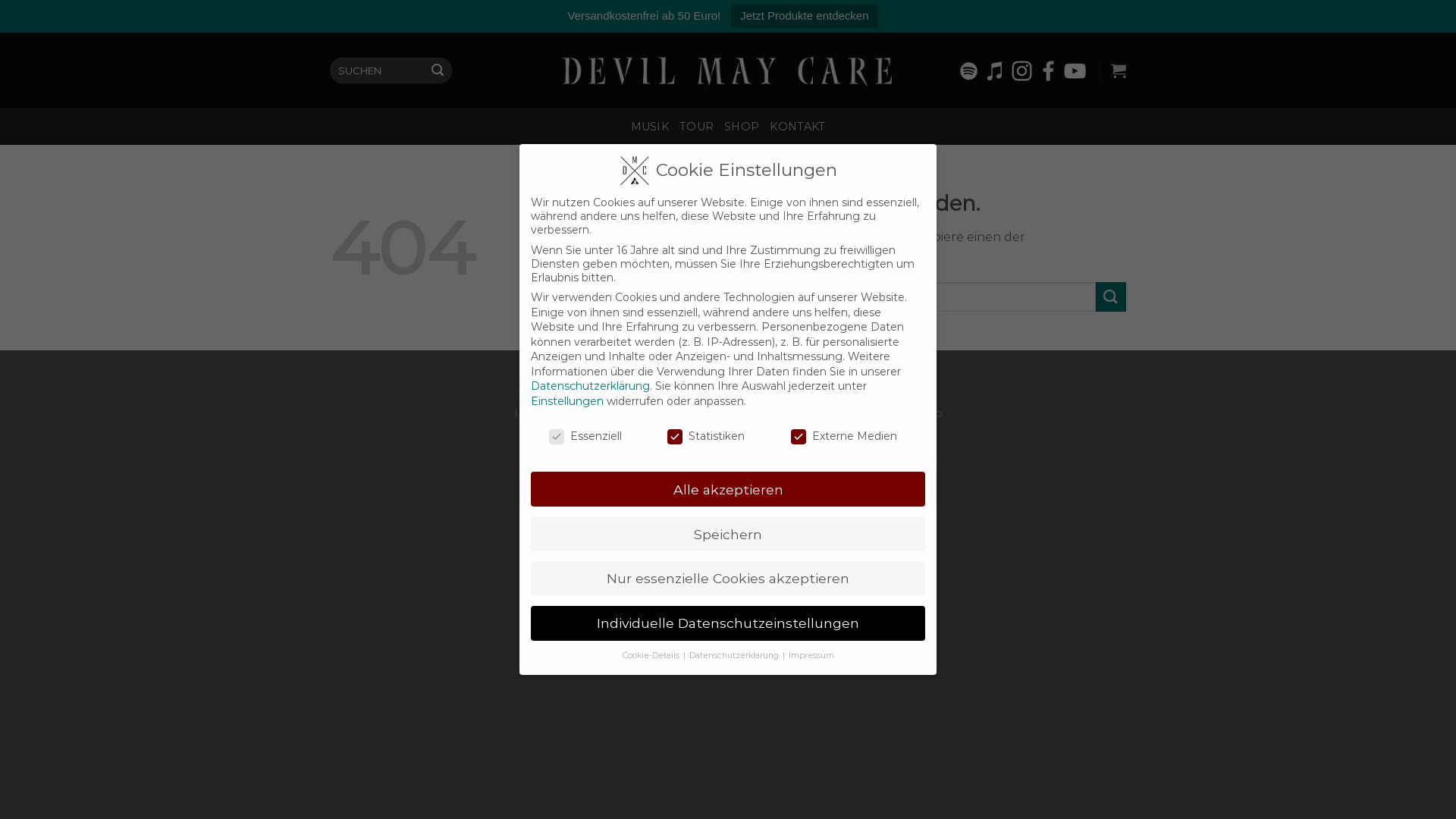 Image resolution: width=1456 pixels, height=819 pixels. Describe the element at coordinates (650, 125) in the screenshot. I see `'MUSIK'` at that location.